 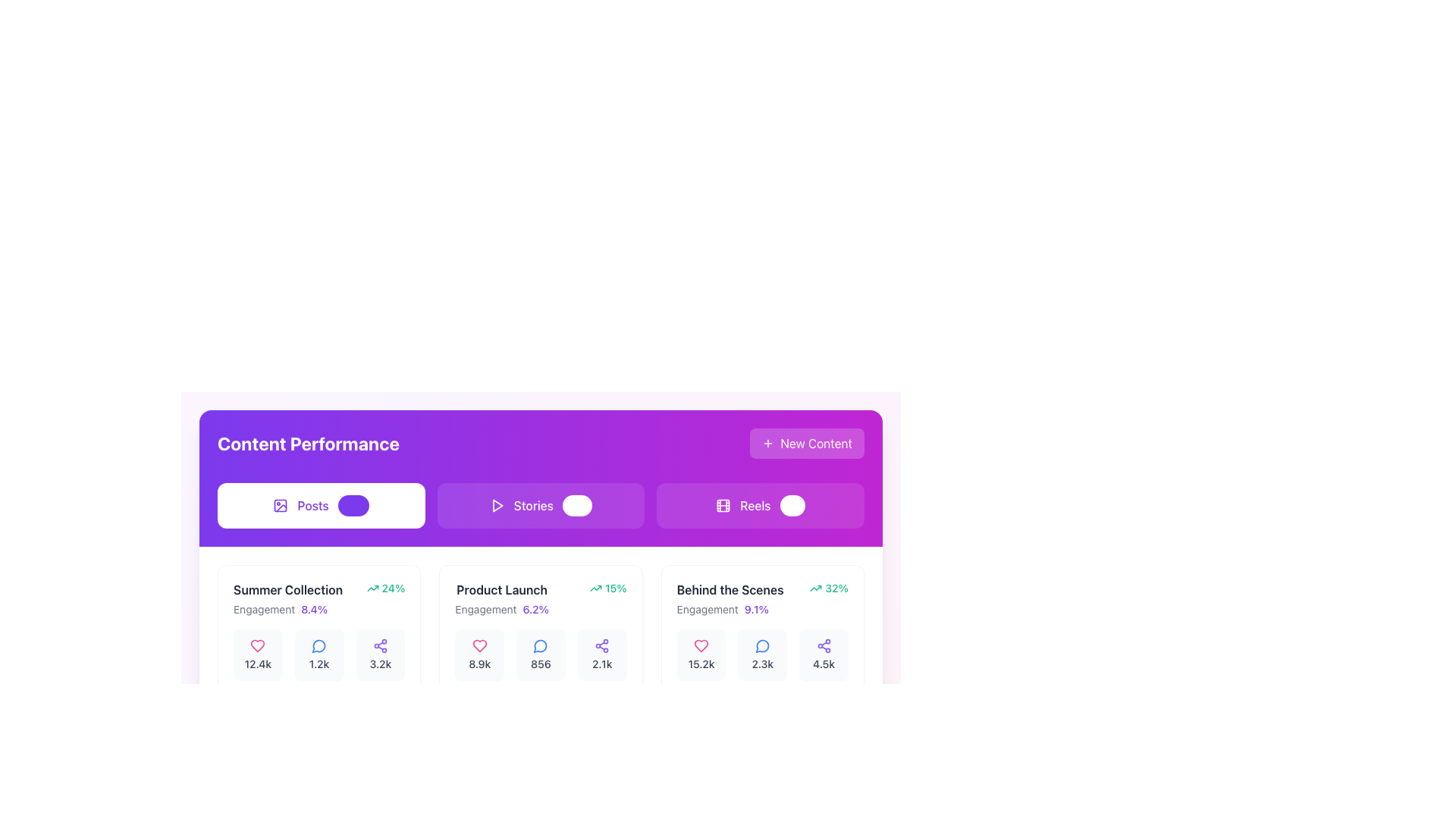 I want to click on the text display element showing 'Engagement' with the percentage '6.2%', located in the lower section of the 'Product Launch' card in the middle column, so click(x=502, y=608).